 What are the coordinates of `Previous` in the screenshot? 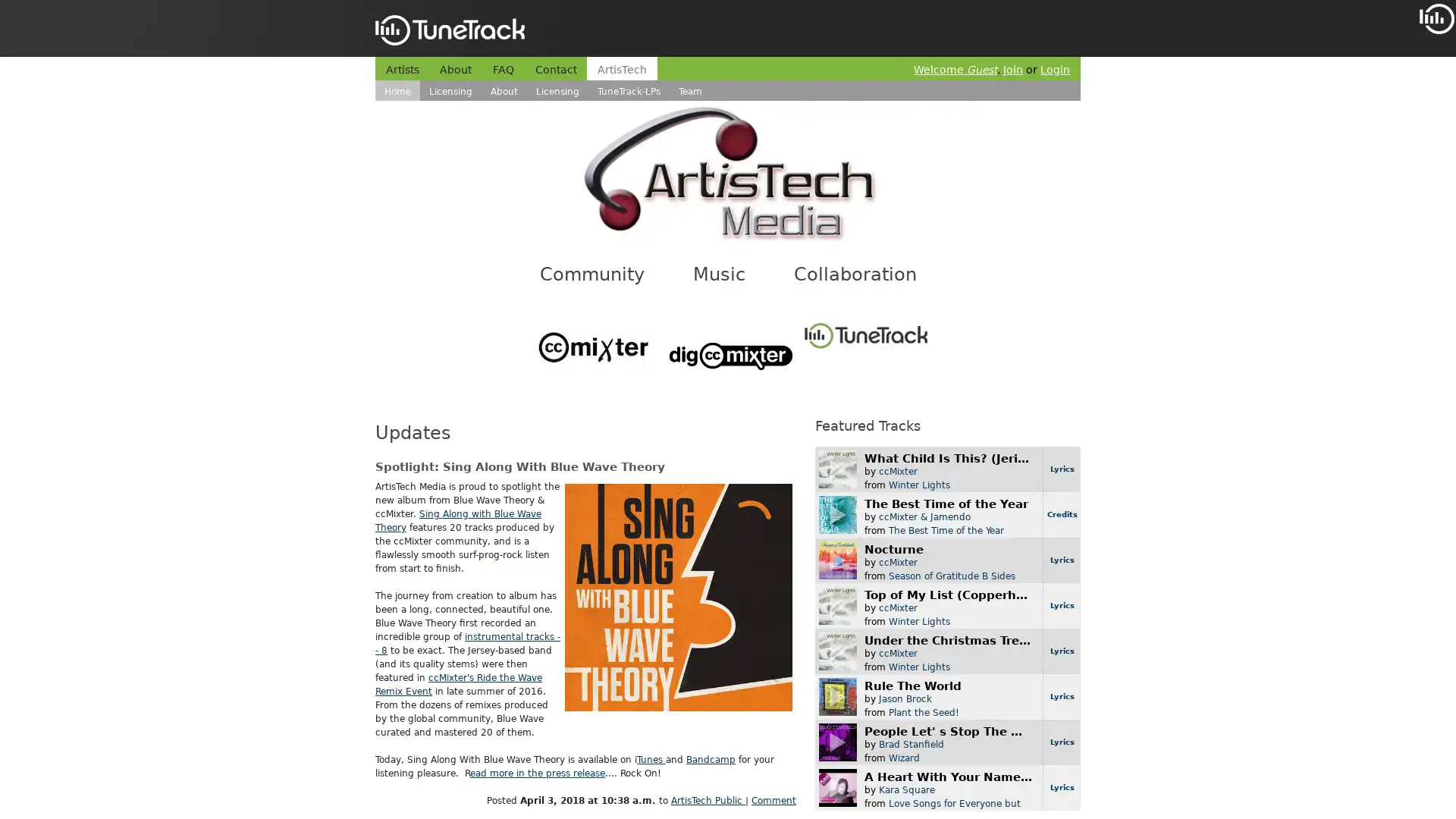 It's located at (1430, 90).